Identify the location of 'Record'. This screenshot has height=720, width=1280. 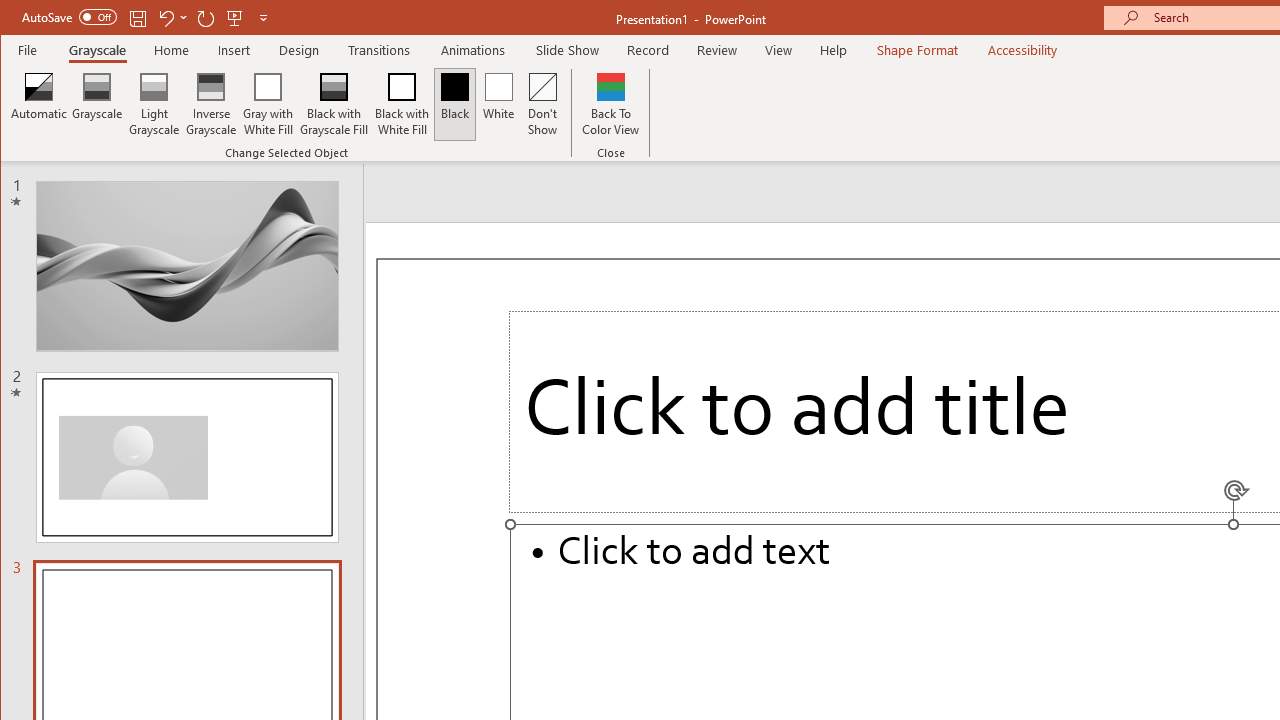
(648, 49).